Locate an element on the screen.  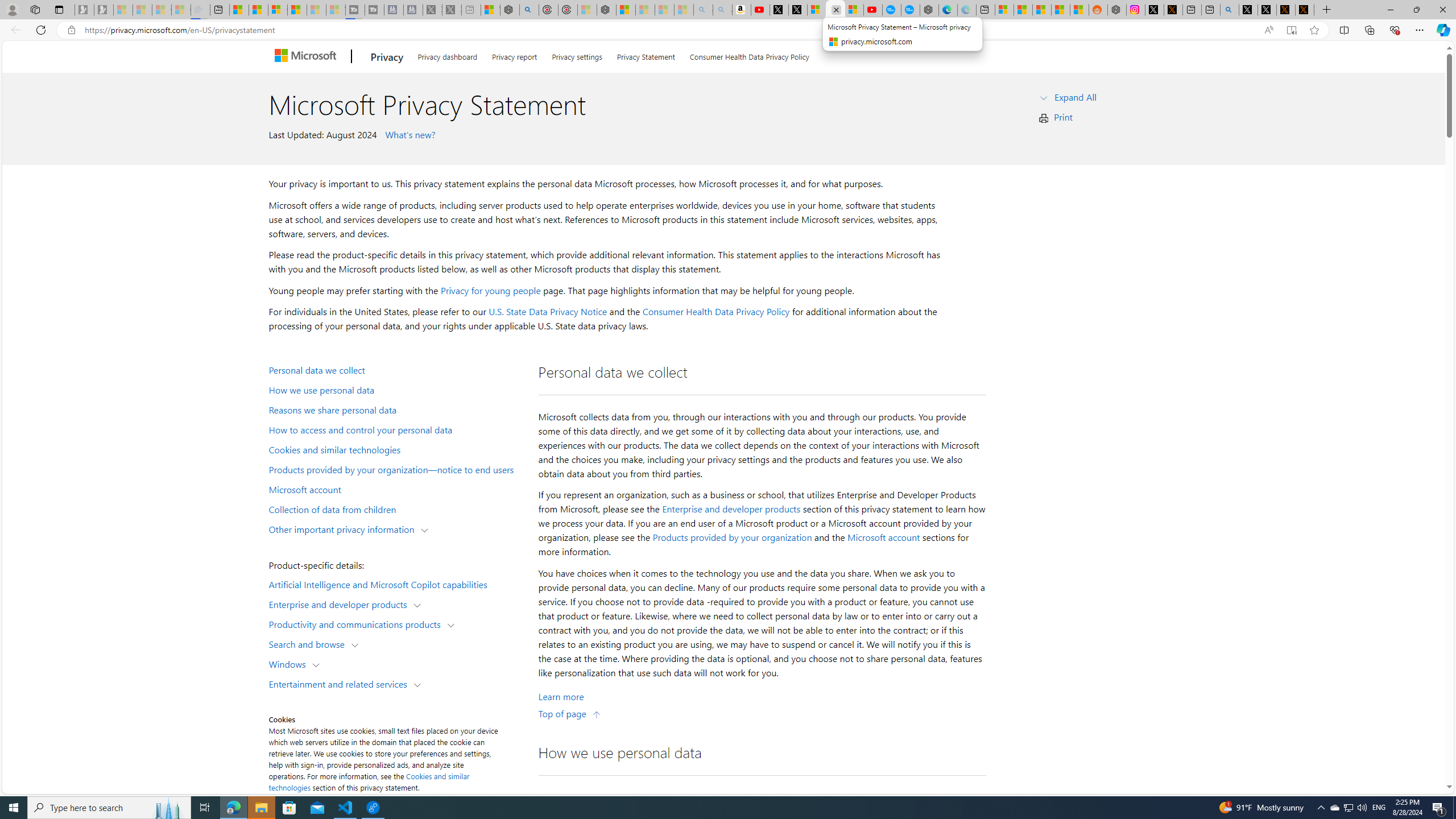
' What' is located at coordinates (408, 134).